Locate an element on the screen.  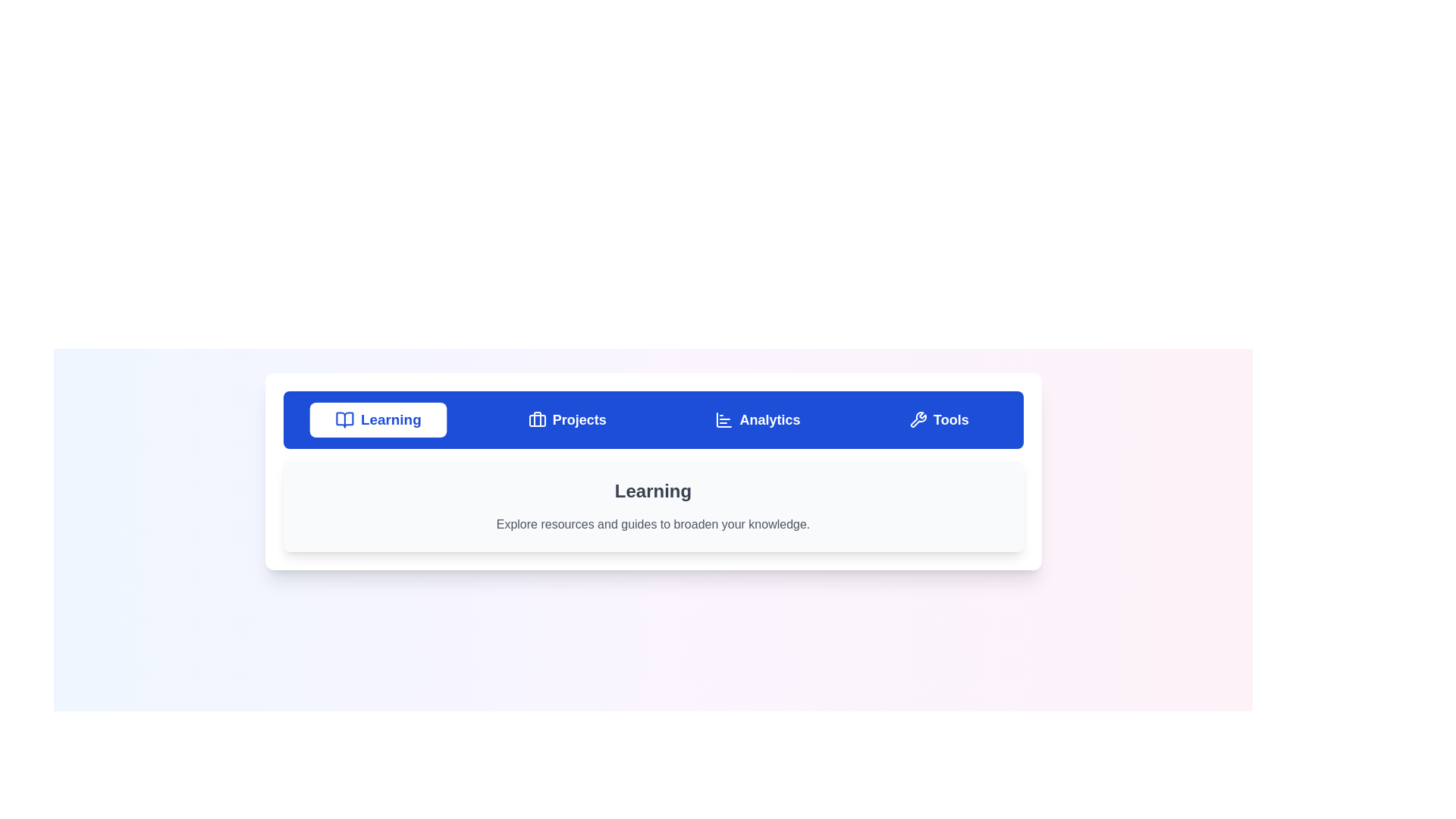
the tools icon located on the far-right side of the navigation bar is located at coordinates (918, 419).